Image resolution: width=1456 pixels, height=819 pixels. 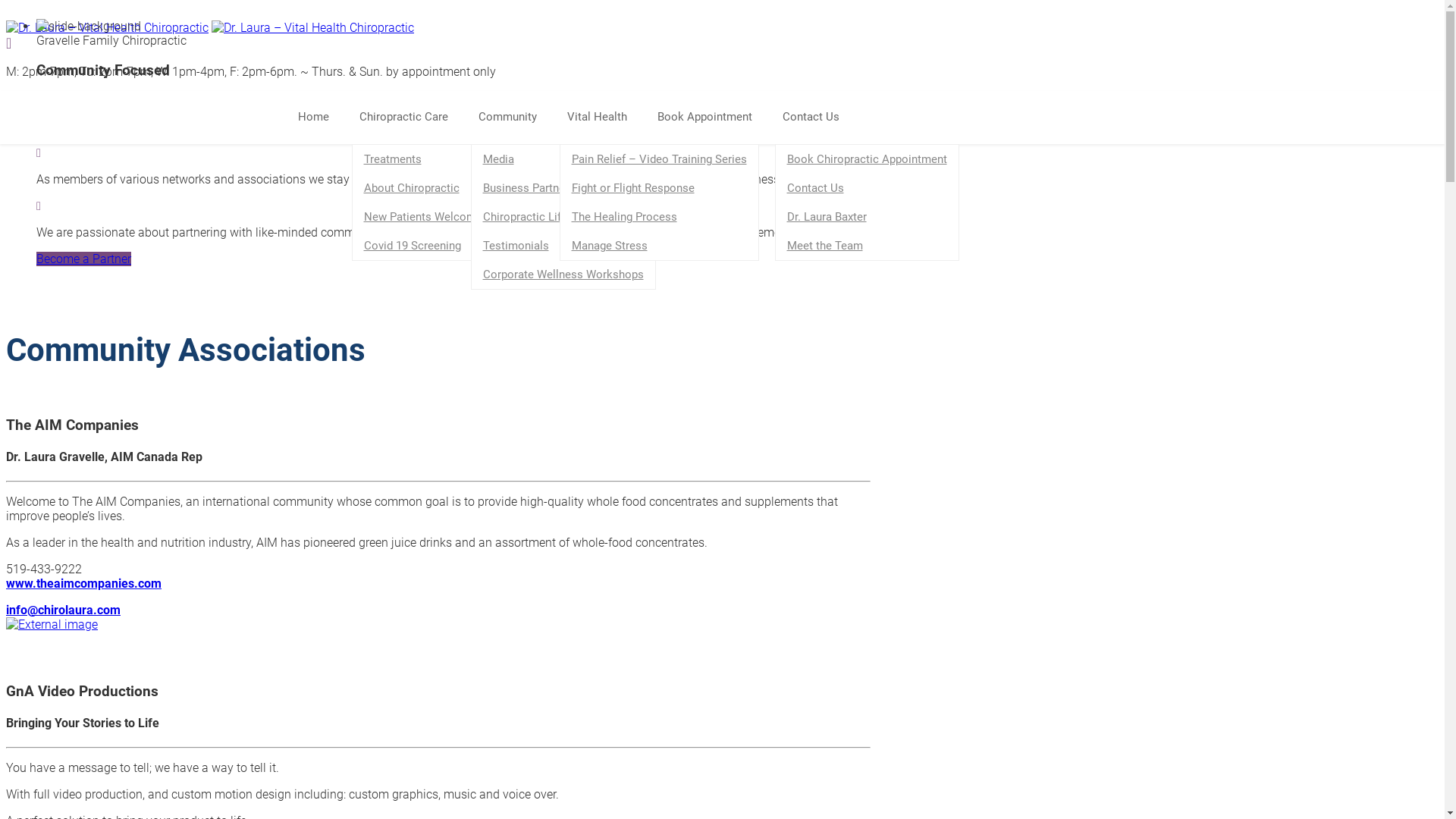 What do you see at coordinates (866, 245) in the screenshot?
I see `'Meet the Team'` at bounding box center [866, 245].